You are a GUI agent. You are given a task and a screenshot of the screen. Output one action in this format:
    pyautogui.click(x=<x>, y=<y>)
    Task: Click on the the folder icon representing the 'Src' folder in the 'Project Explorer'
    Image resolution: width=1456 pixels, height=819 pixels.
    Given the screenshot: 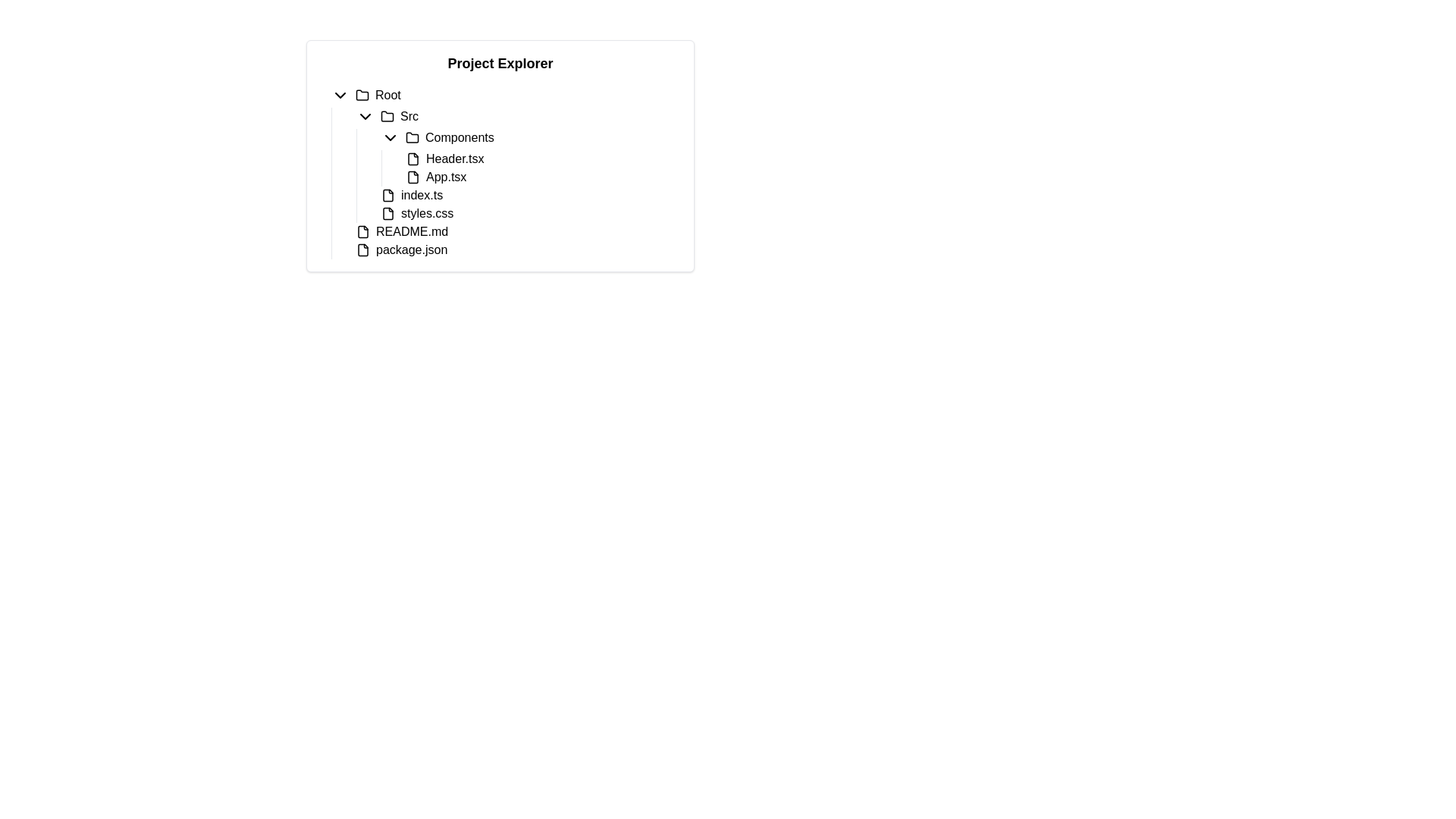 What is the action you would take?
    pyautogui.click(x=387, y=115)
    